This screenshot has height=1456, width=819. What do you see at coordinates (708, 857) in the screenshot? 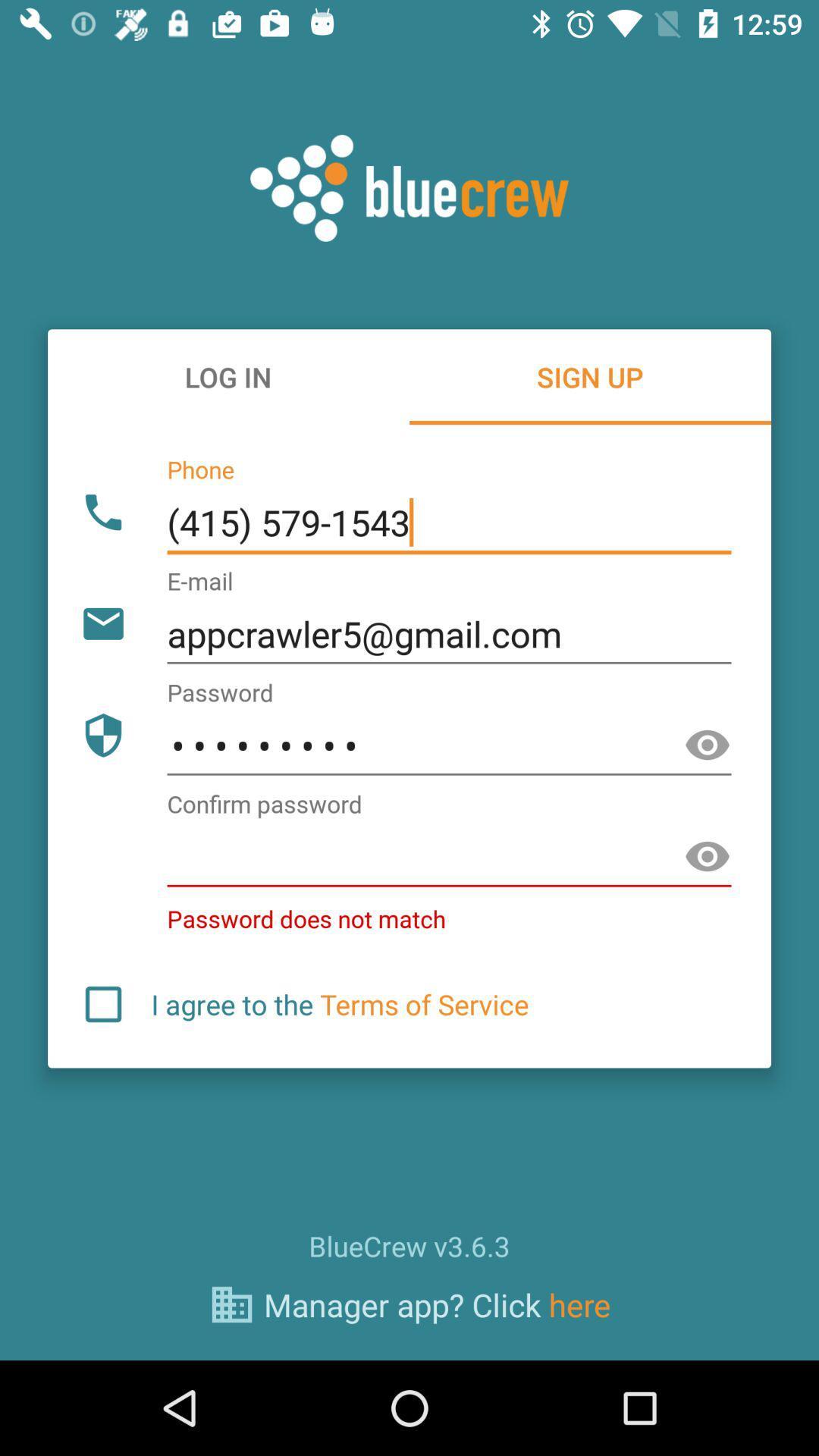
I see `seen the option` at bounding box center [708, 857].